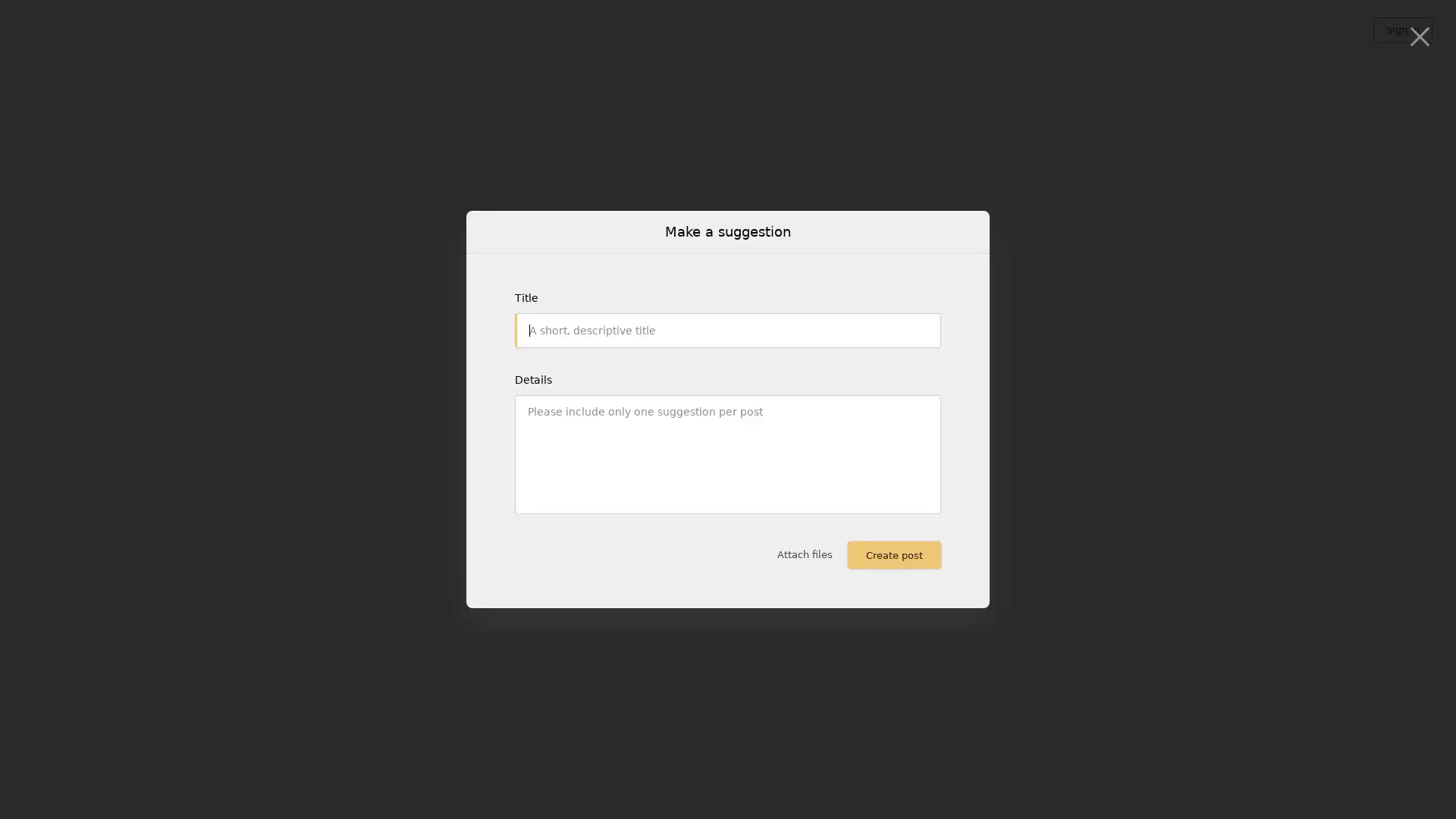 Image resolution: width=1456 pixels, height=819 pixels. Describe the element at coordinates (1401, 30) in the screenshot. I see `Sign in` at that location.